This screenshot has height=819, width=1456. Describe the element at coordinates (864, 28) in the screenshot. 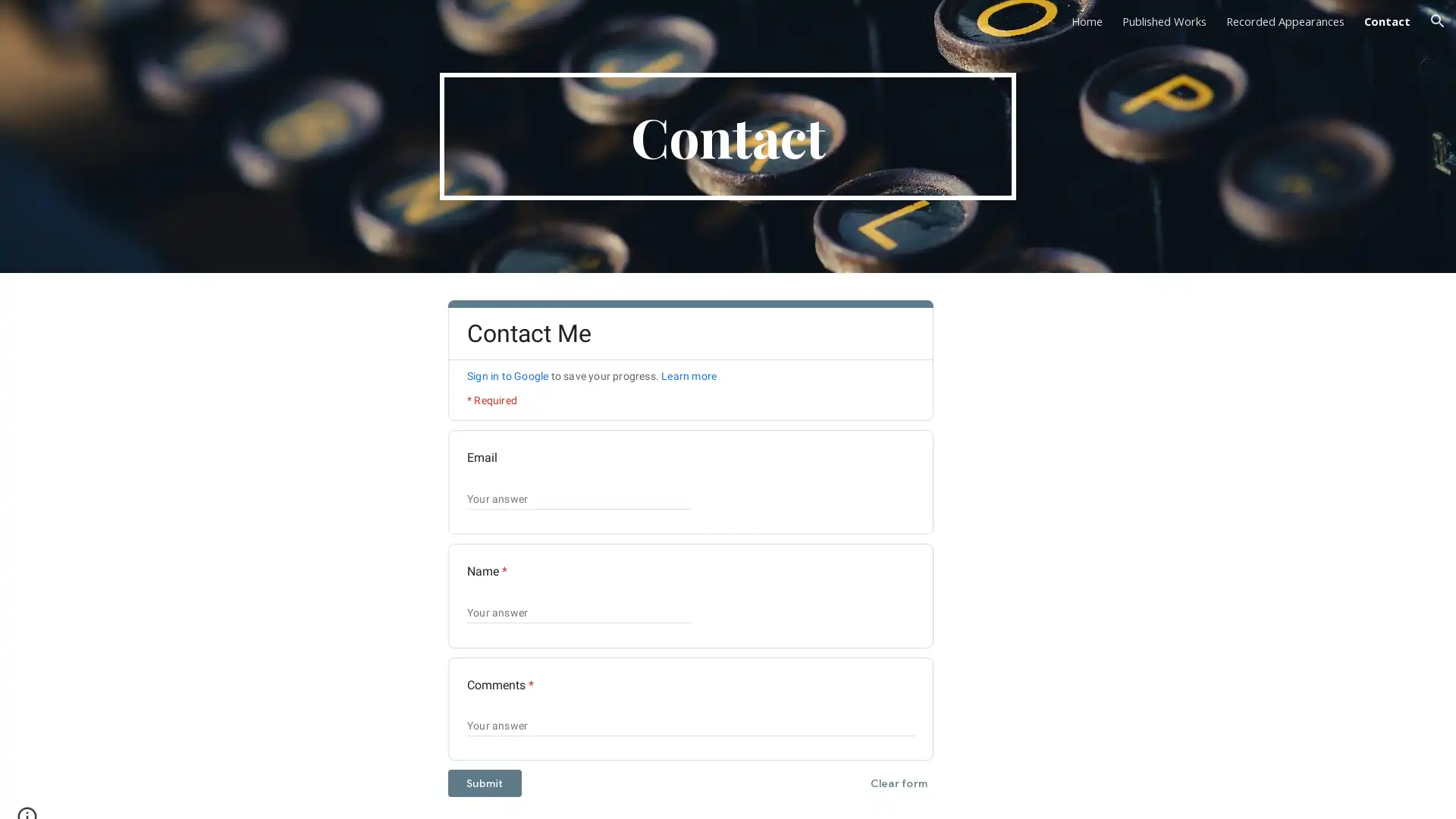

I see `Skip to navigation` at that location.